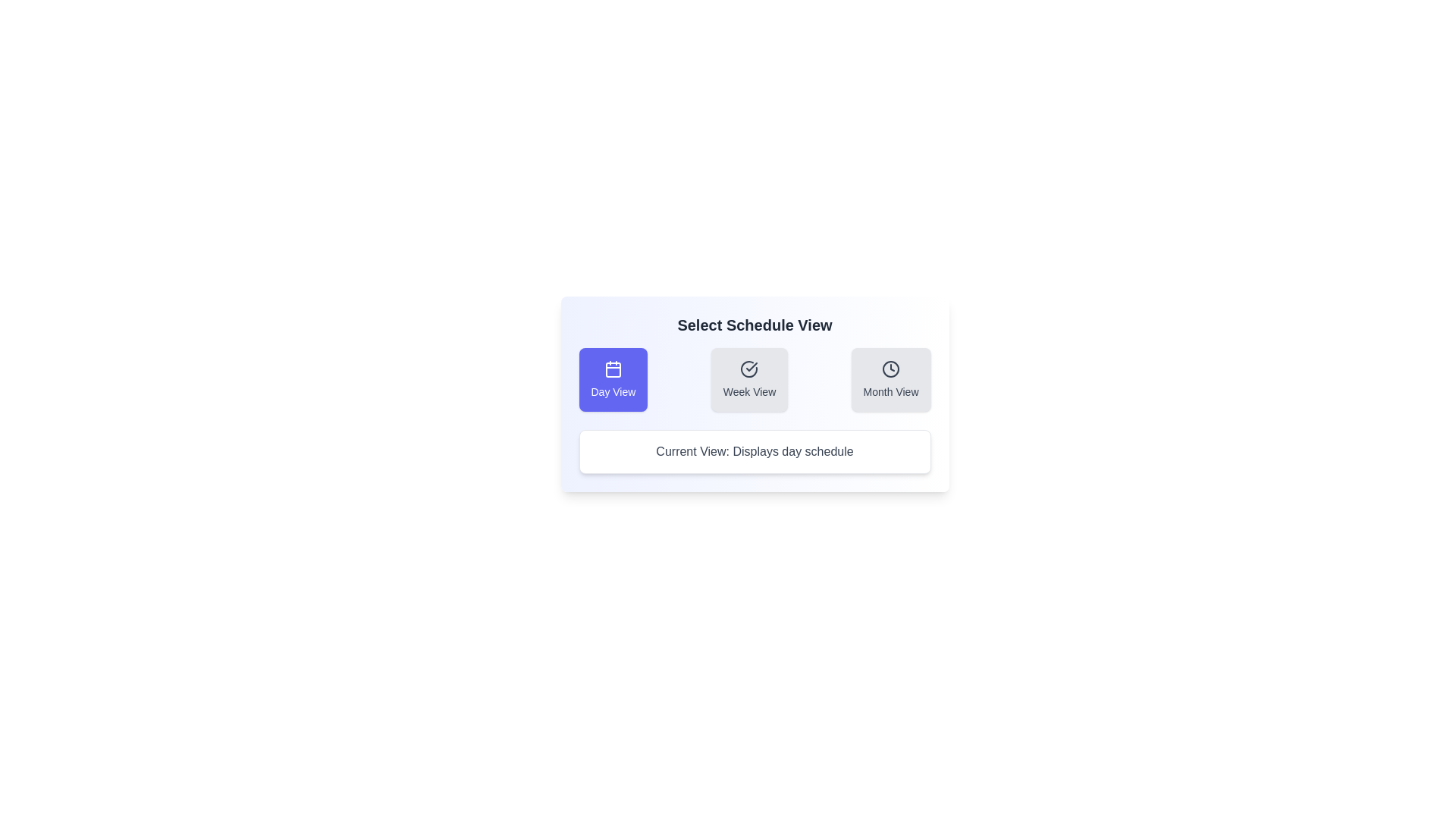 The image size is (1456, 819). What do you see at coordinates (613, 379) in the screenshot?
I see `the button corresponding to the desired schedule view: Day View` at bounding box center [613, 379].